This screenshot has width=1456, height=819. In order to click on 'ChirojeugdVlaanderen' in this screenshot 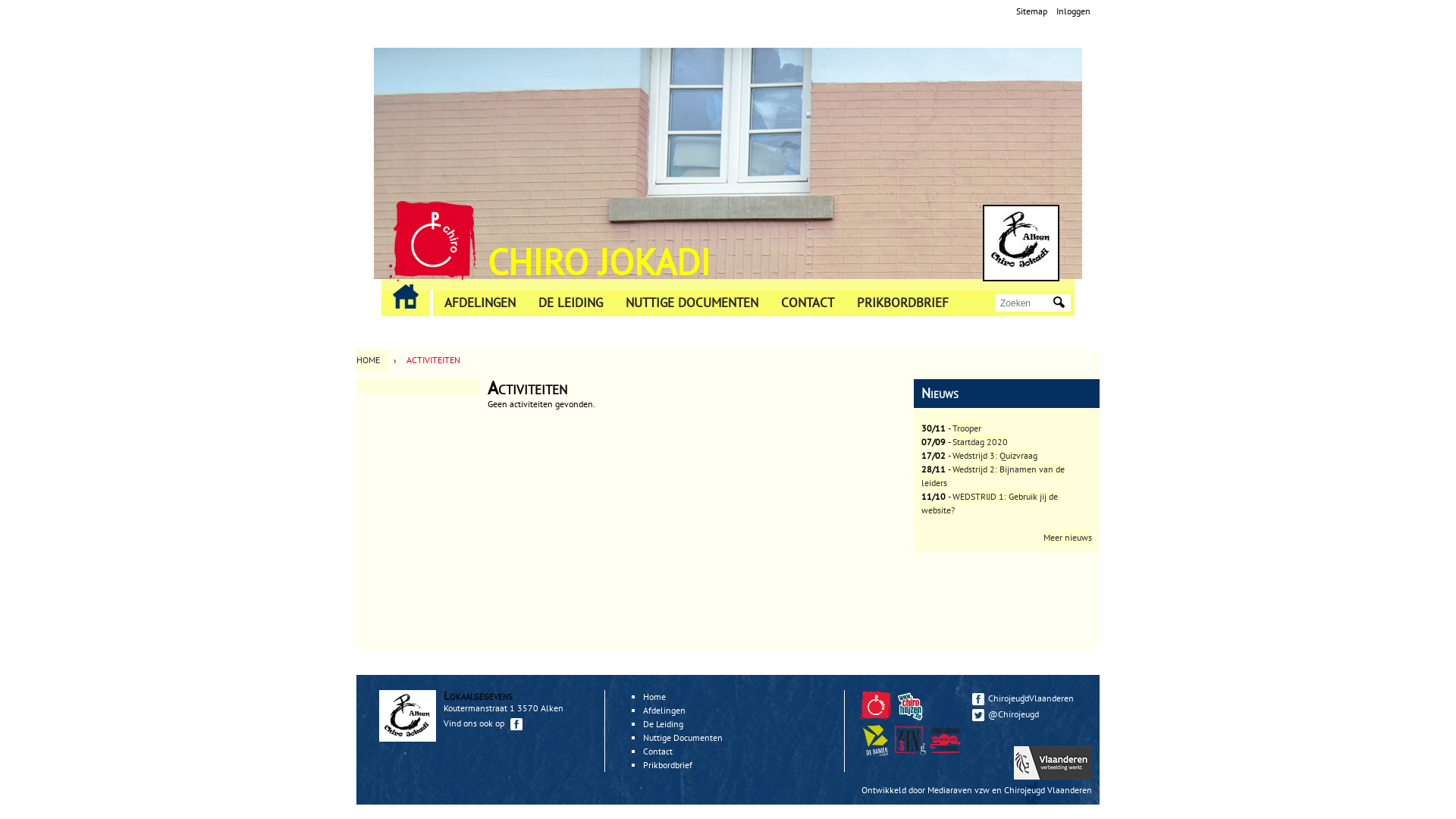, I will do `click(971, 698)`.